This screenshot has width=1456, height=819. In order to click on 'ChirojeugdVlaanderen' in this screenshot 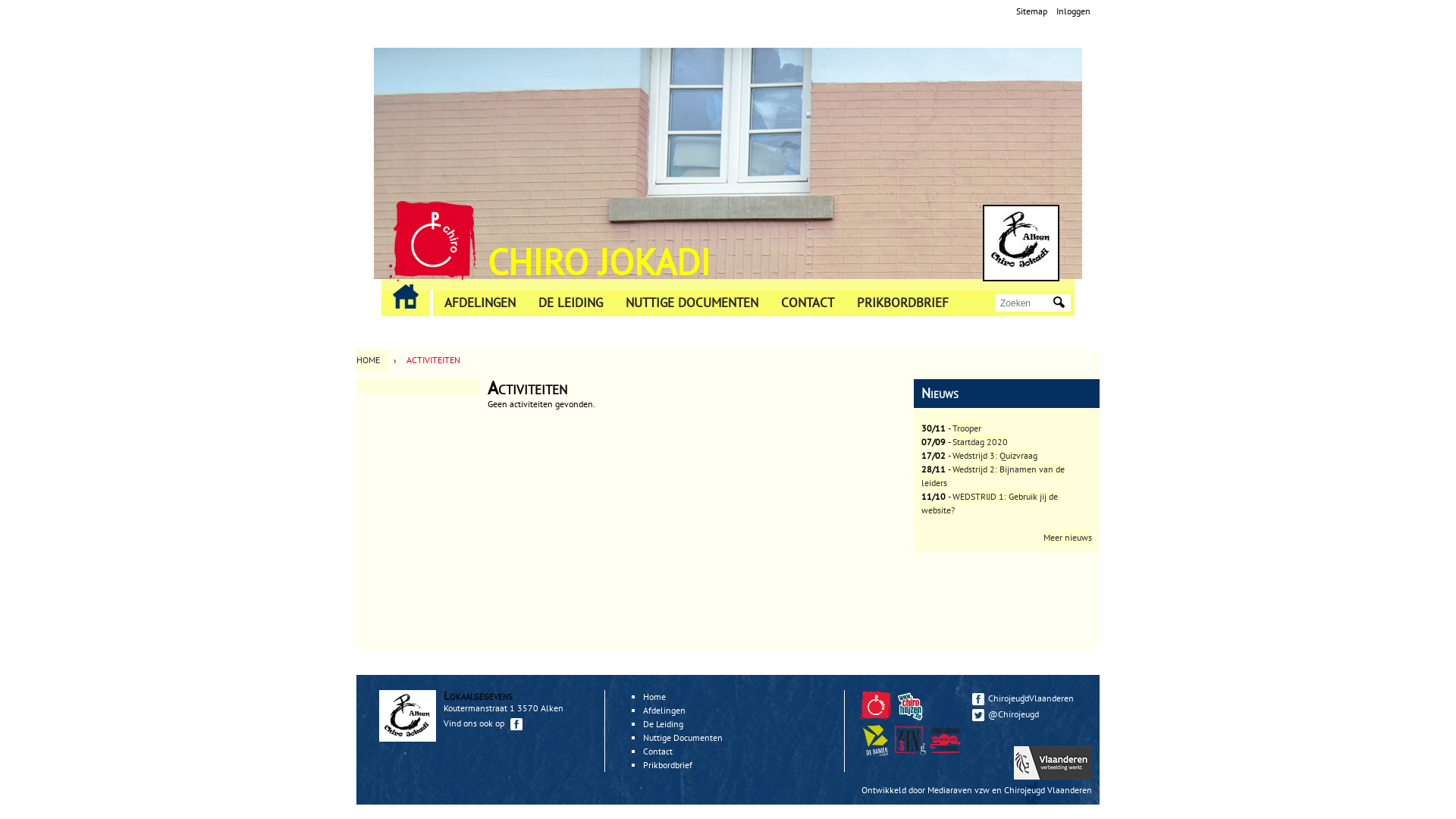, I will do `click(971, 698)`.